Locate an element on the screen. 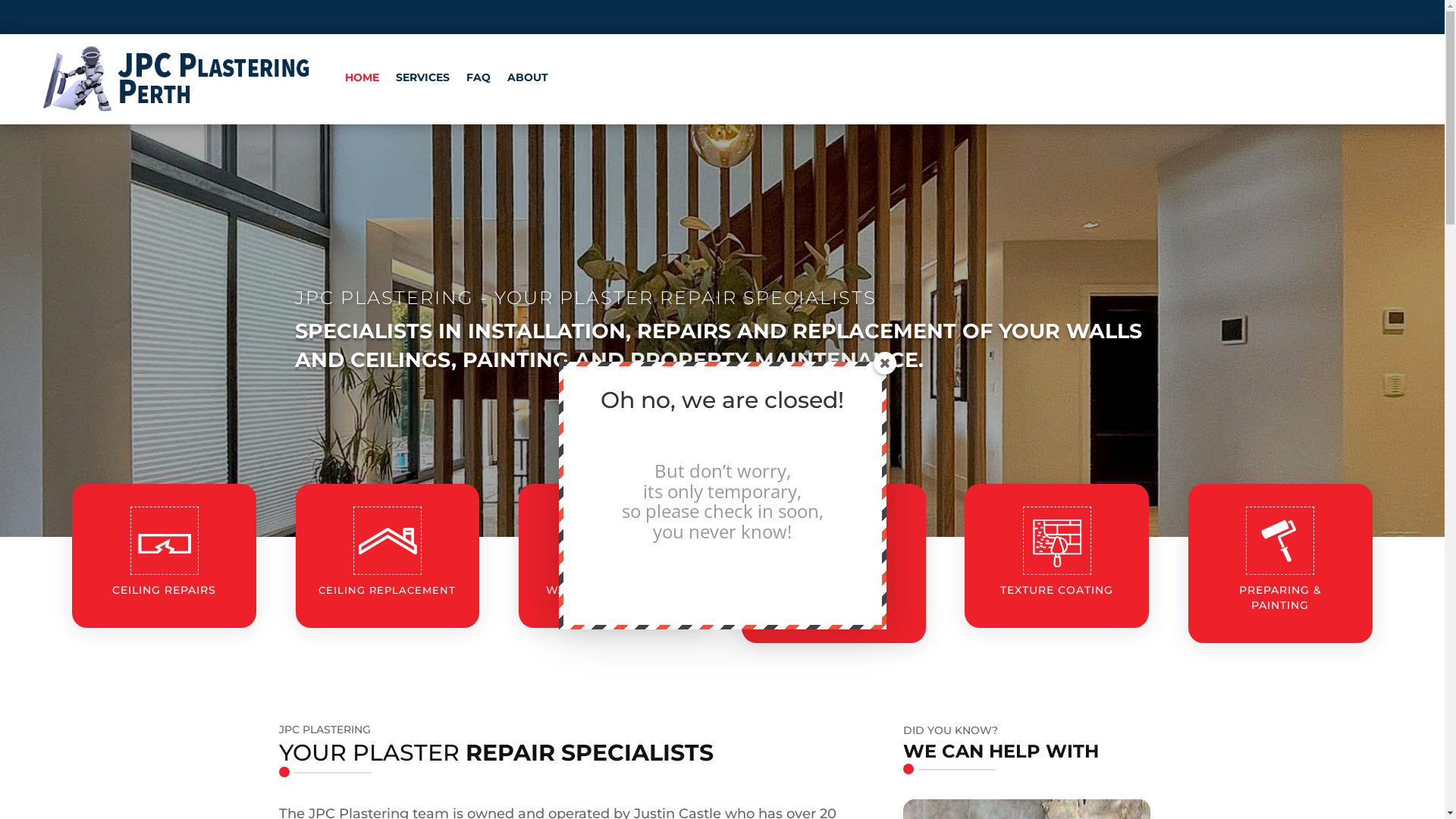 The width and height of the screenshot is (1456, 819). 'ABOUT' is located at coordinates (528, 77).